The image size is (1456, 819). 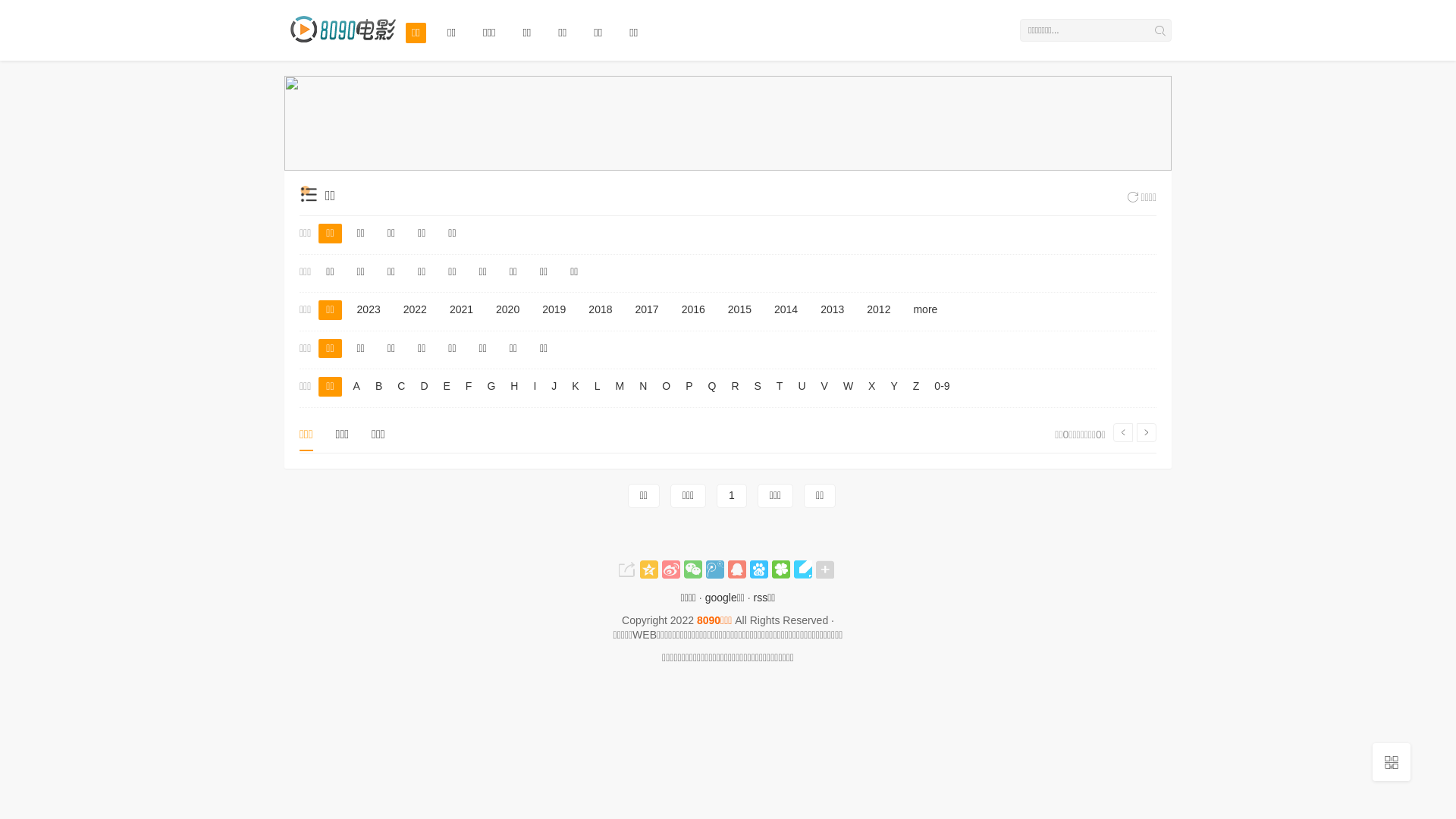 What do you see at coordinates (589, 385) in the screenshot?
I see `'L'` at bounding box center [589, 385].